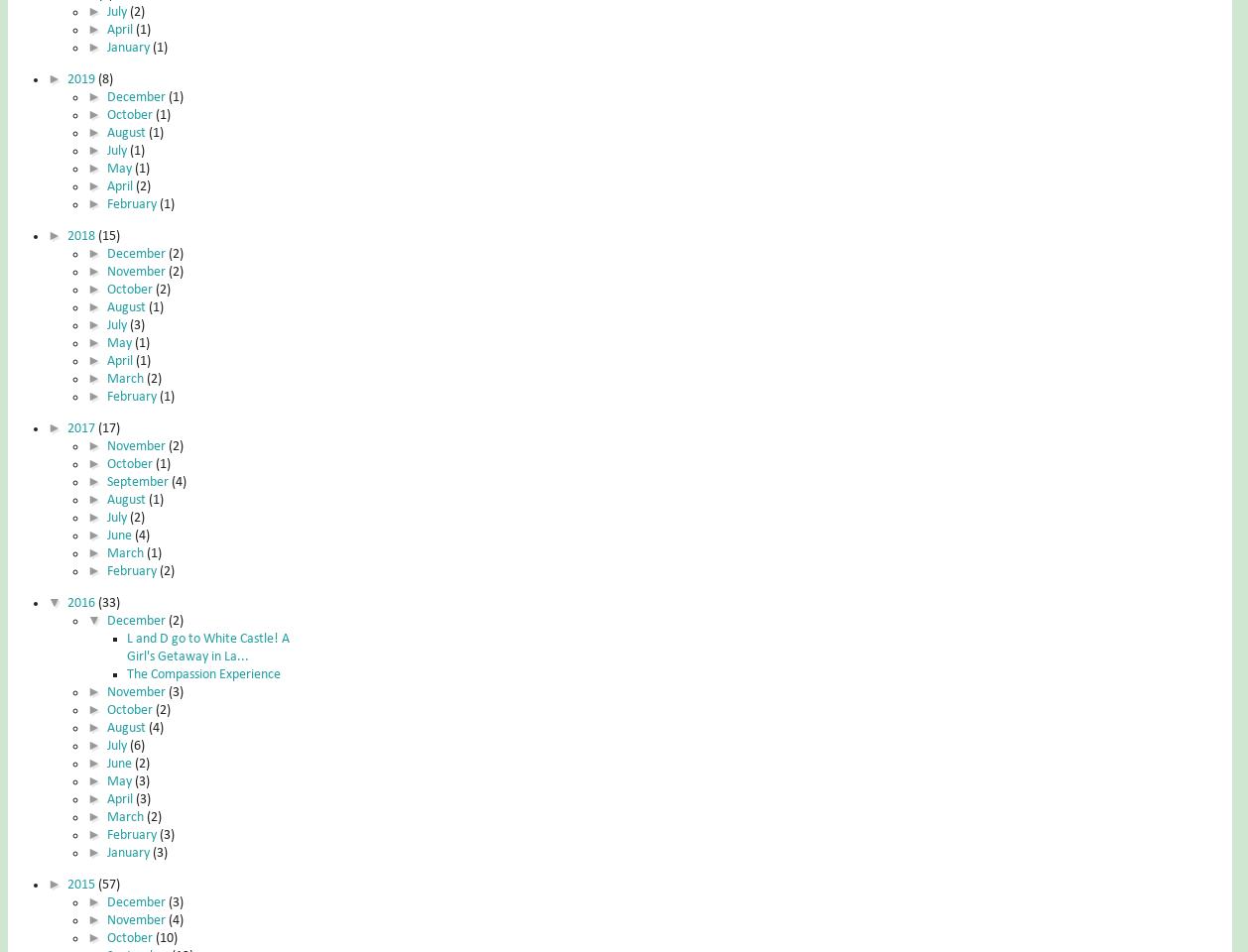  Describe the element at coordinates (126, 646) in the screenshot. I see `'L and D go to White Castle! A Girl's Getaway in La...'` at that location.